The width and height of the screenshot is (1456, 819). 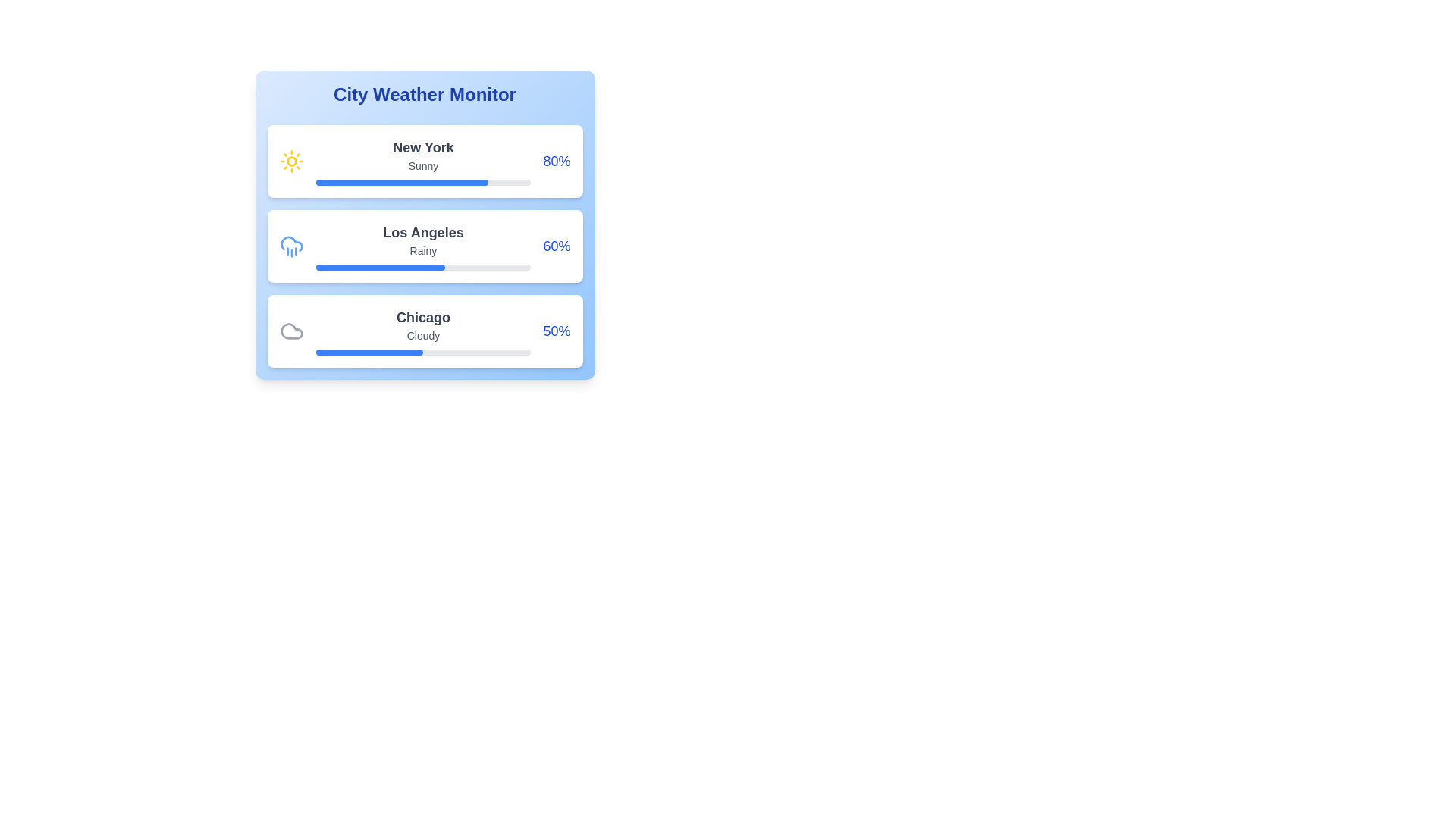 I want to click on the Information panel titled 'City Weather Monitor', which features a gradient background and displays city weather statuses, so click(x=425, y=225).